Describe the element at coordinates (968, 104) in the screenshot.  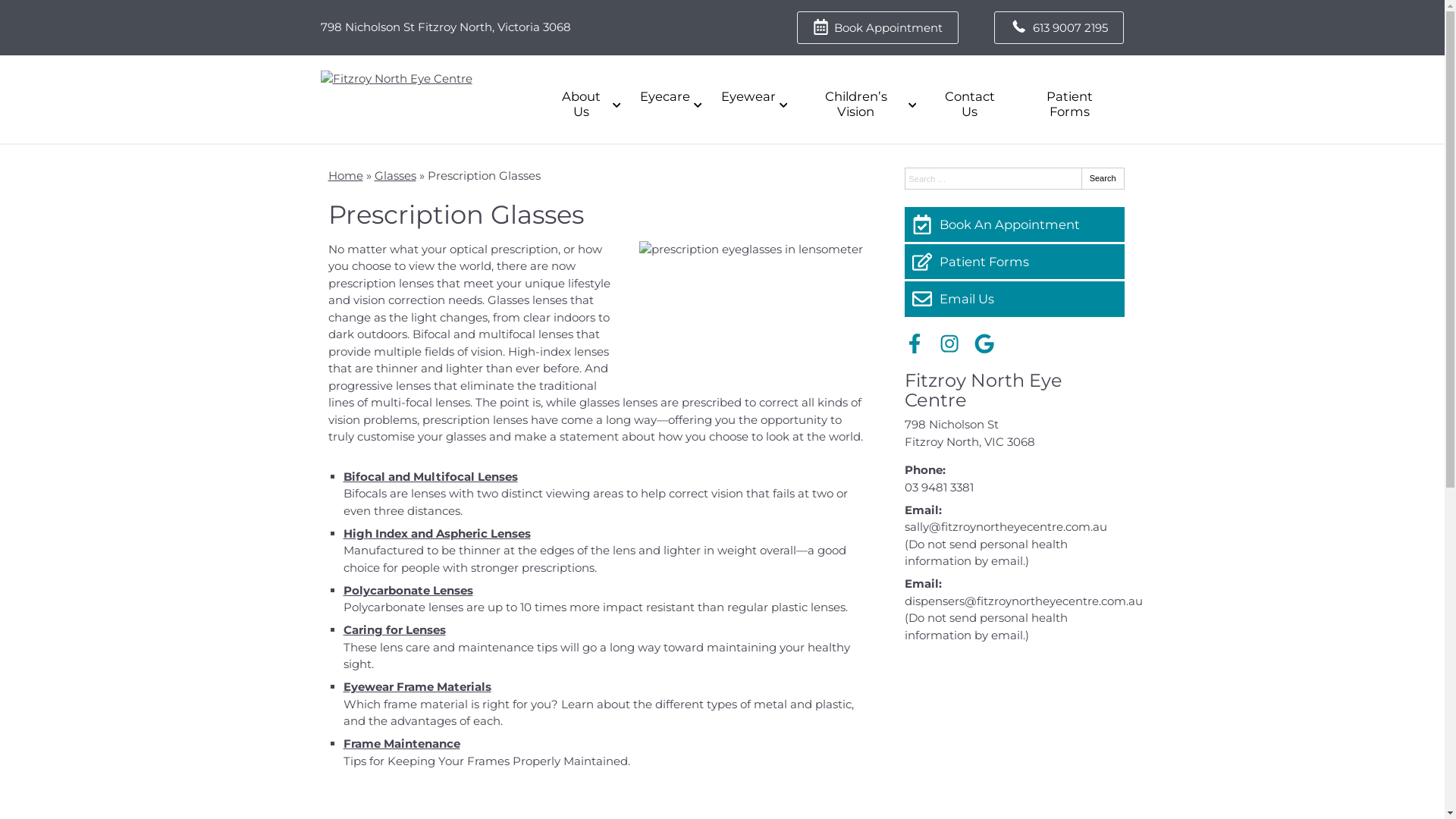
I see `'Contact Us'` at that location.